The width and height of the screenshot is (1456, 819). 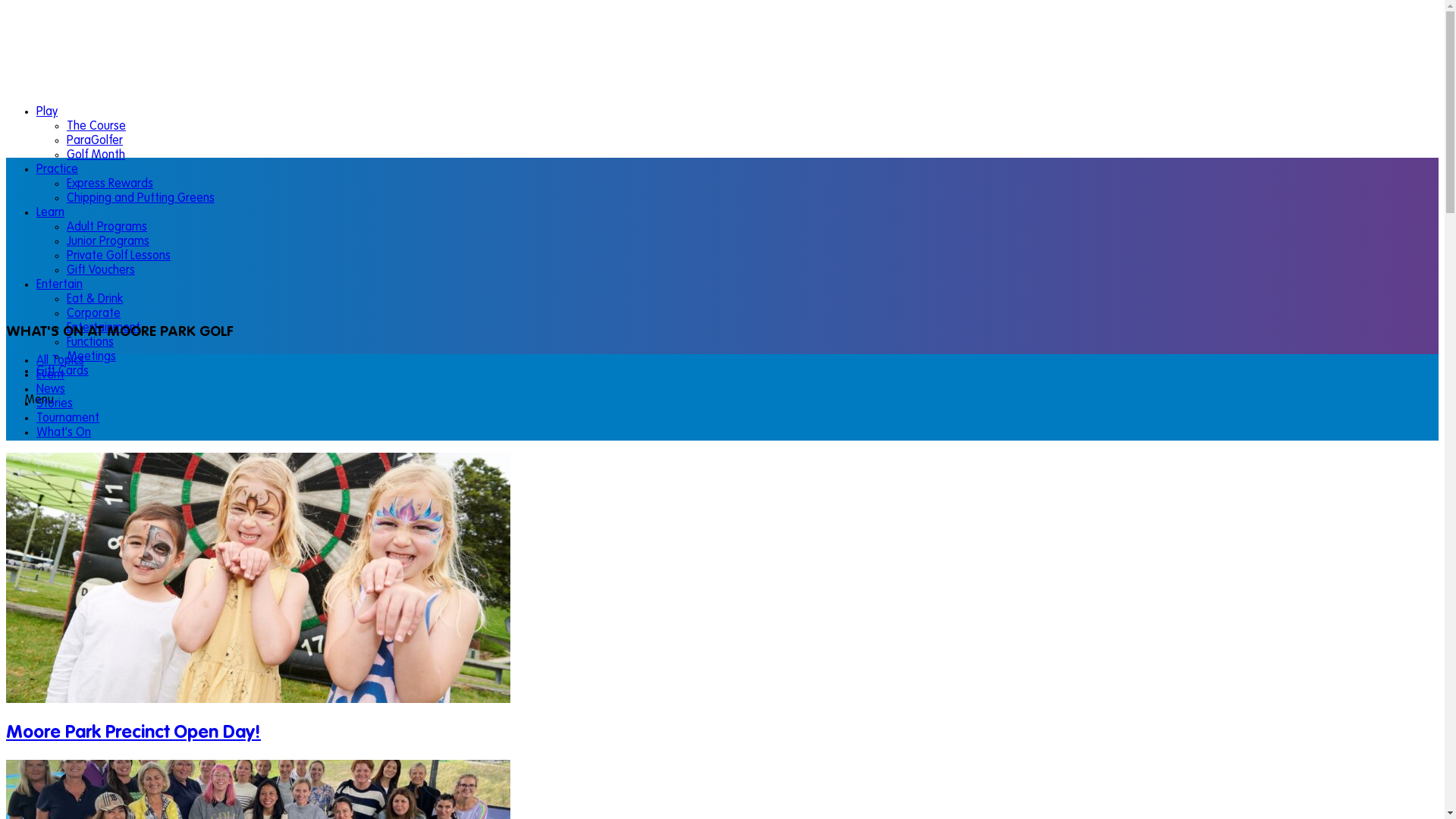 What do you see at coordinates (65, 198) in the screenshot?
I see `'Chipping and Putting Greens'` at bounding box center [65, 198].